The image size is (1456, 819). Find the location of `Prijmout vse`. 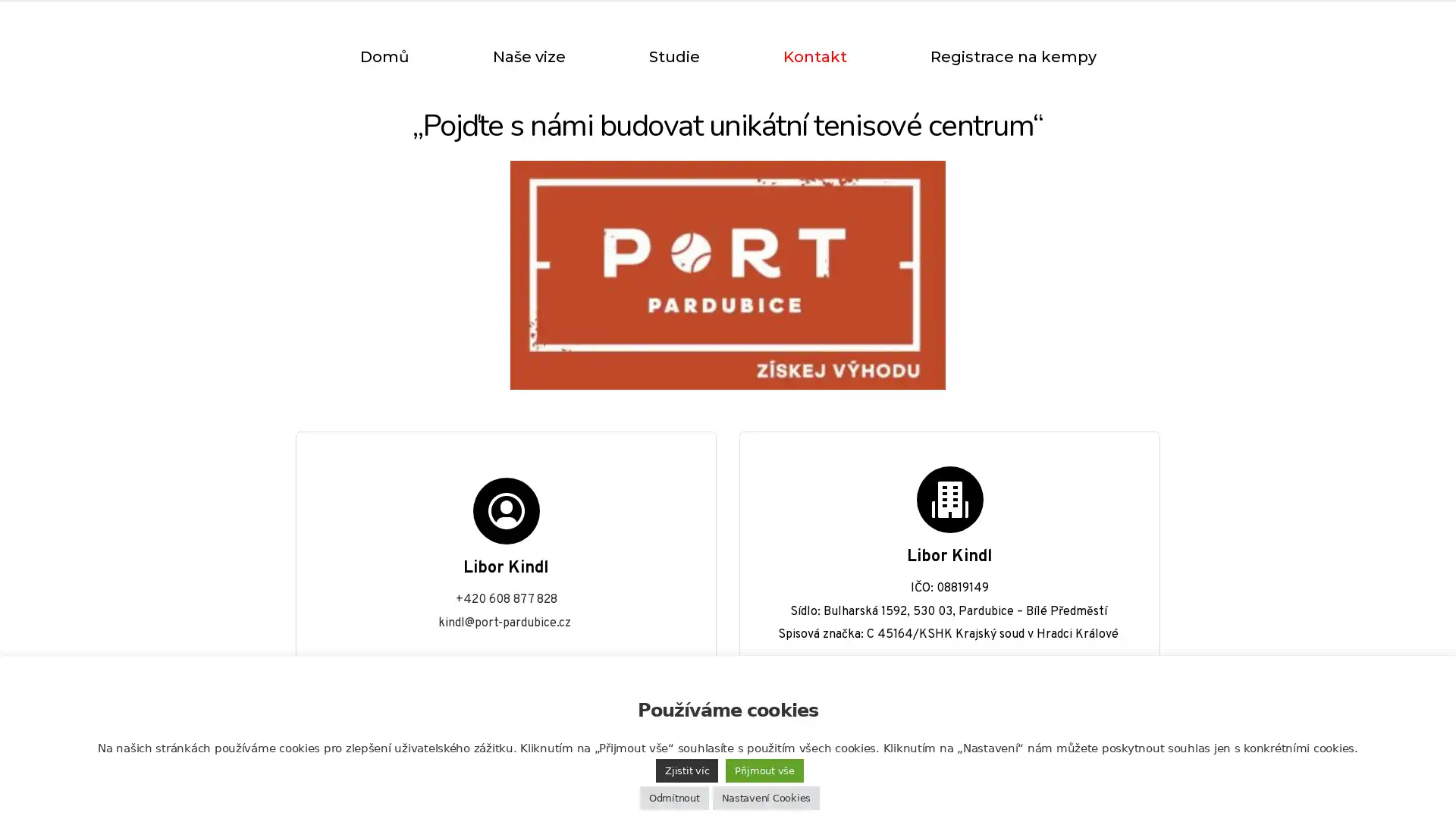

Prijmout vse is located at coordinates (764, 770).